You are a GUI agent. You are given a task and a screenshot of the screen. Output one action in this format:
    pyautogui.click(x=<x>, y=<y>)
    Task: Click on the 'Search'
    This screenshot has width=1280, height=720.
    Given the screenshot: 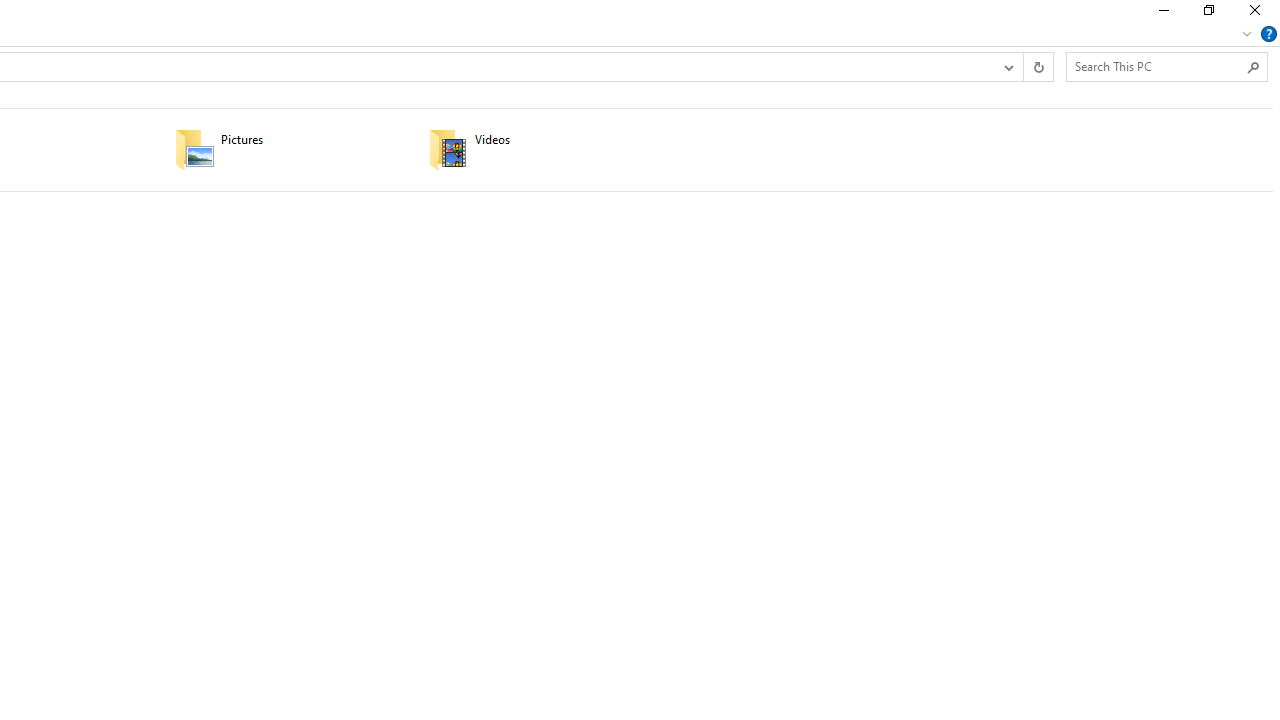 What is the action you would take?
    pyautogui.click(x=1252, y=65)
    